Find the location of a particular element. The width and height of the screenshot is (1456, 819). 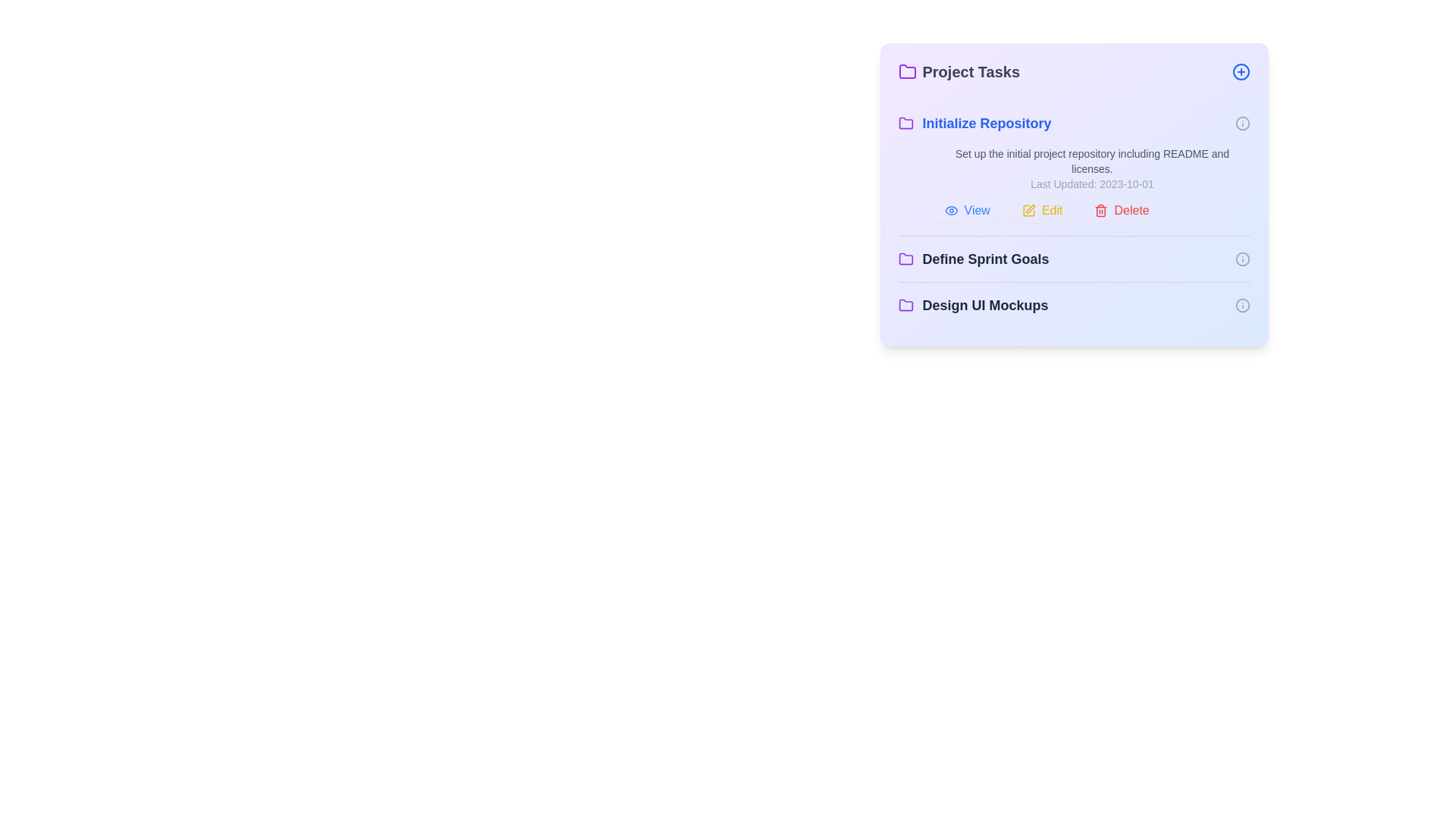

the text label 'Define Sprint Goals' to potentially display additional information is located at coordinates (986, 259).